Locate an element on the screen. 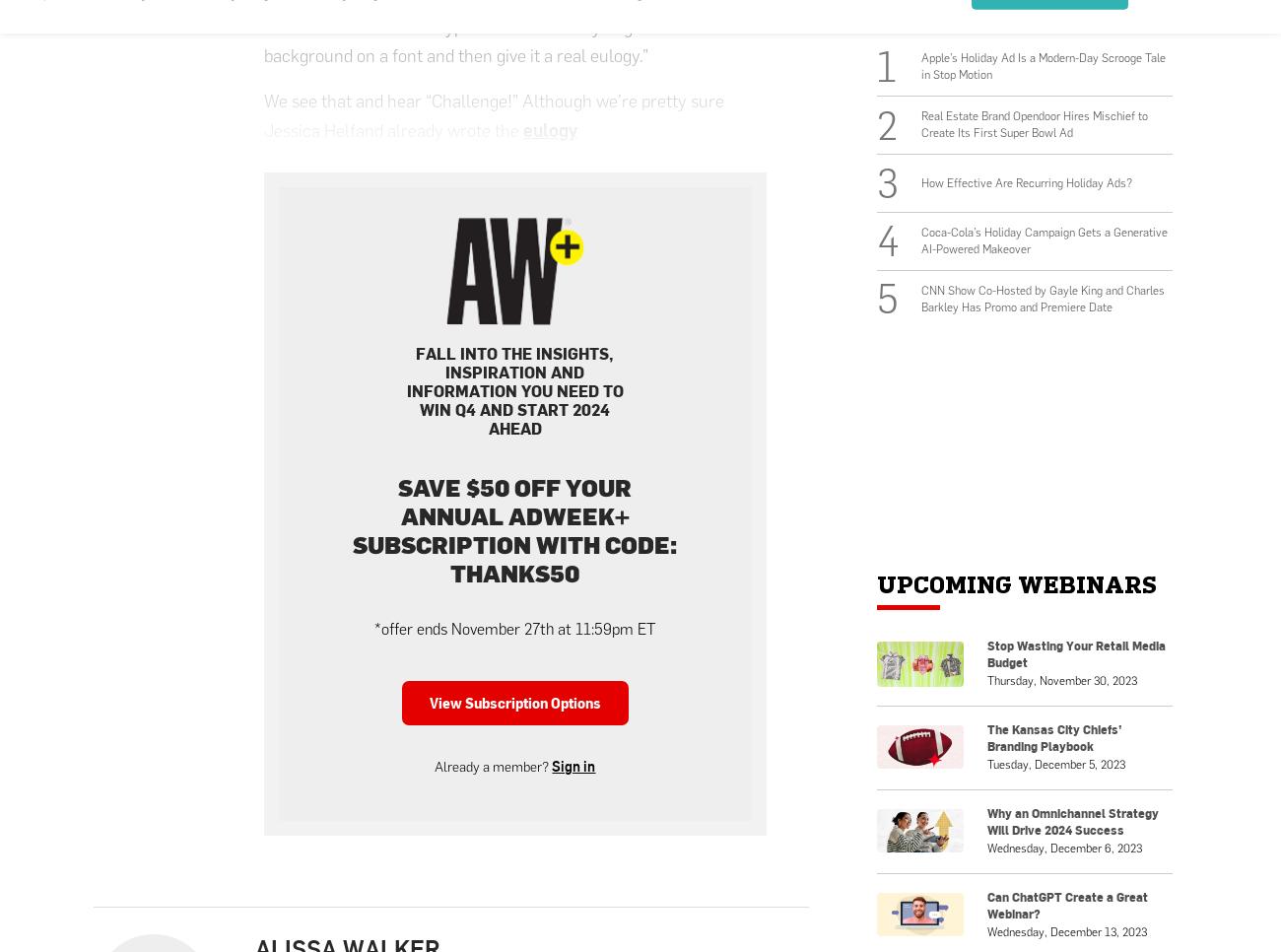 The height and width of the screenshot is (952, 1281). 'CNN Show Co-Hosted by Gayle King and Charles Barkley Has Promo and Premiere Date' is located at coordinates (1043, 298).